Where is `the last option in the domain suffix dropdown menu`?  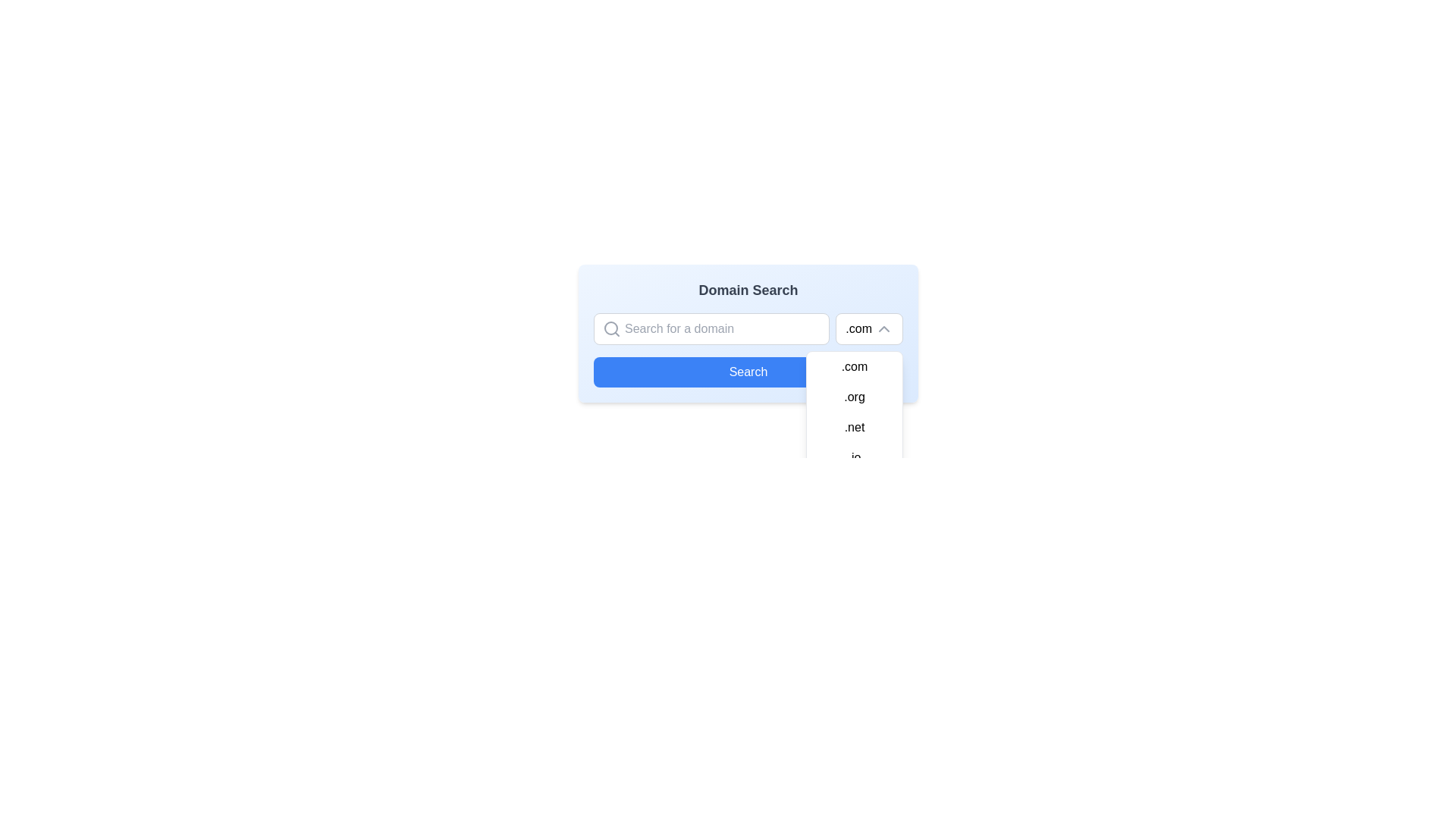
the last option in the domain suffix dropdown menu is located at coordinates (855, 457).